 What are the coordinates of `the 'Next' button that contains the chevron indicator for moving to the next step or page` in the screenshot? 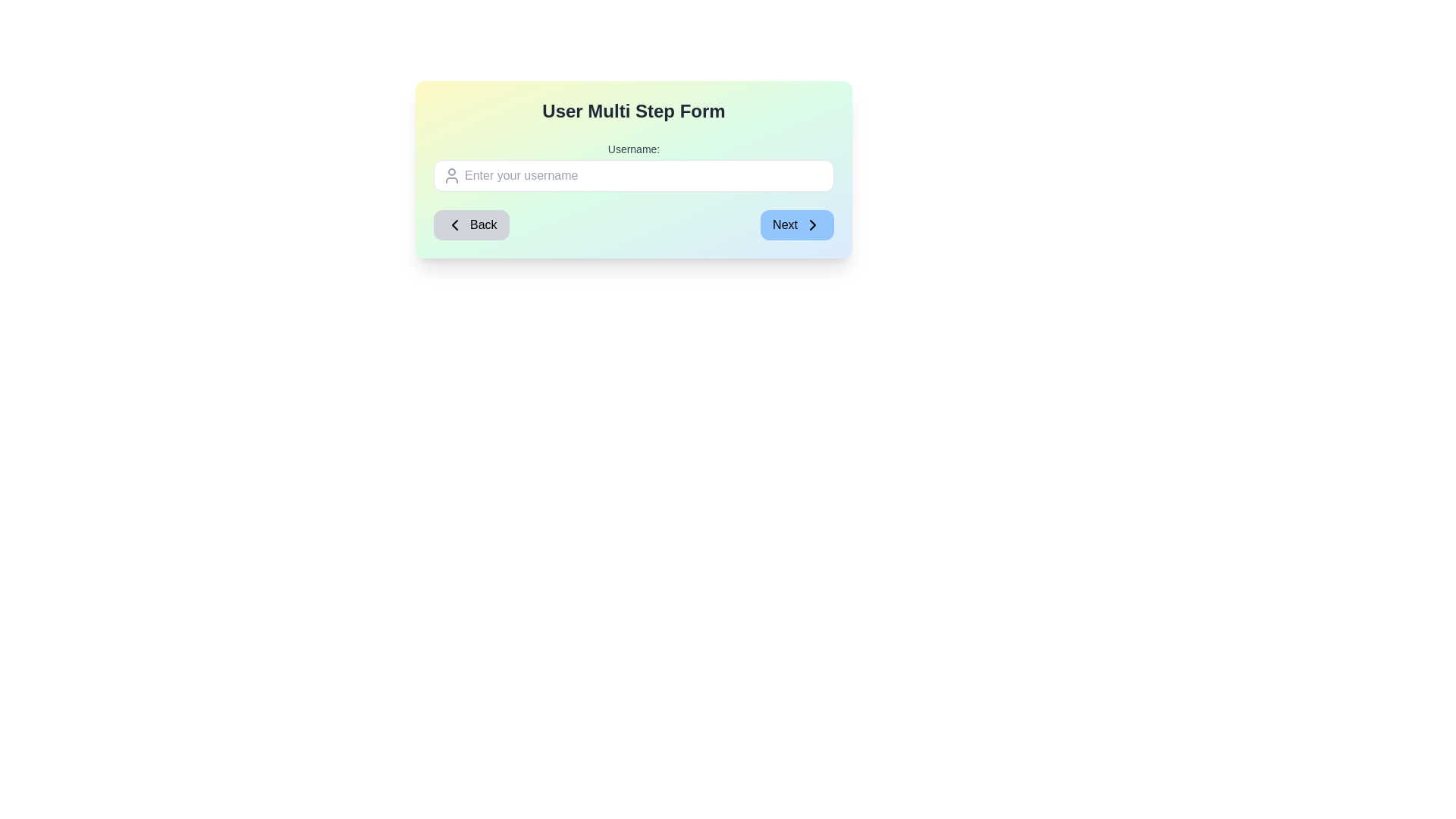 It's located at (811, 225).